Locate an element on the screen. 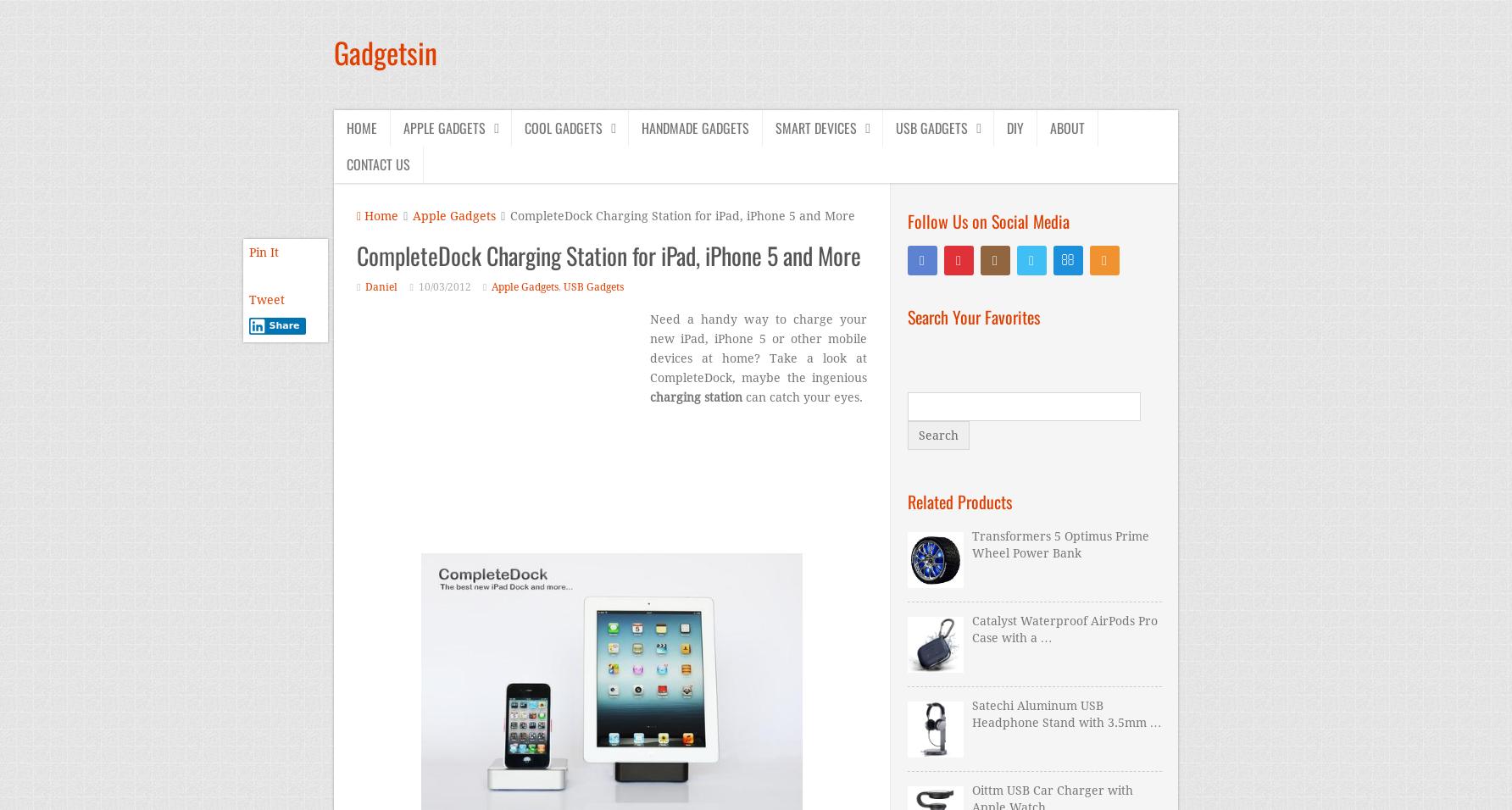  ',' is located at coordinates (560, 286).